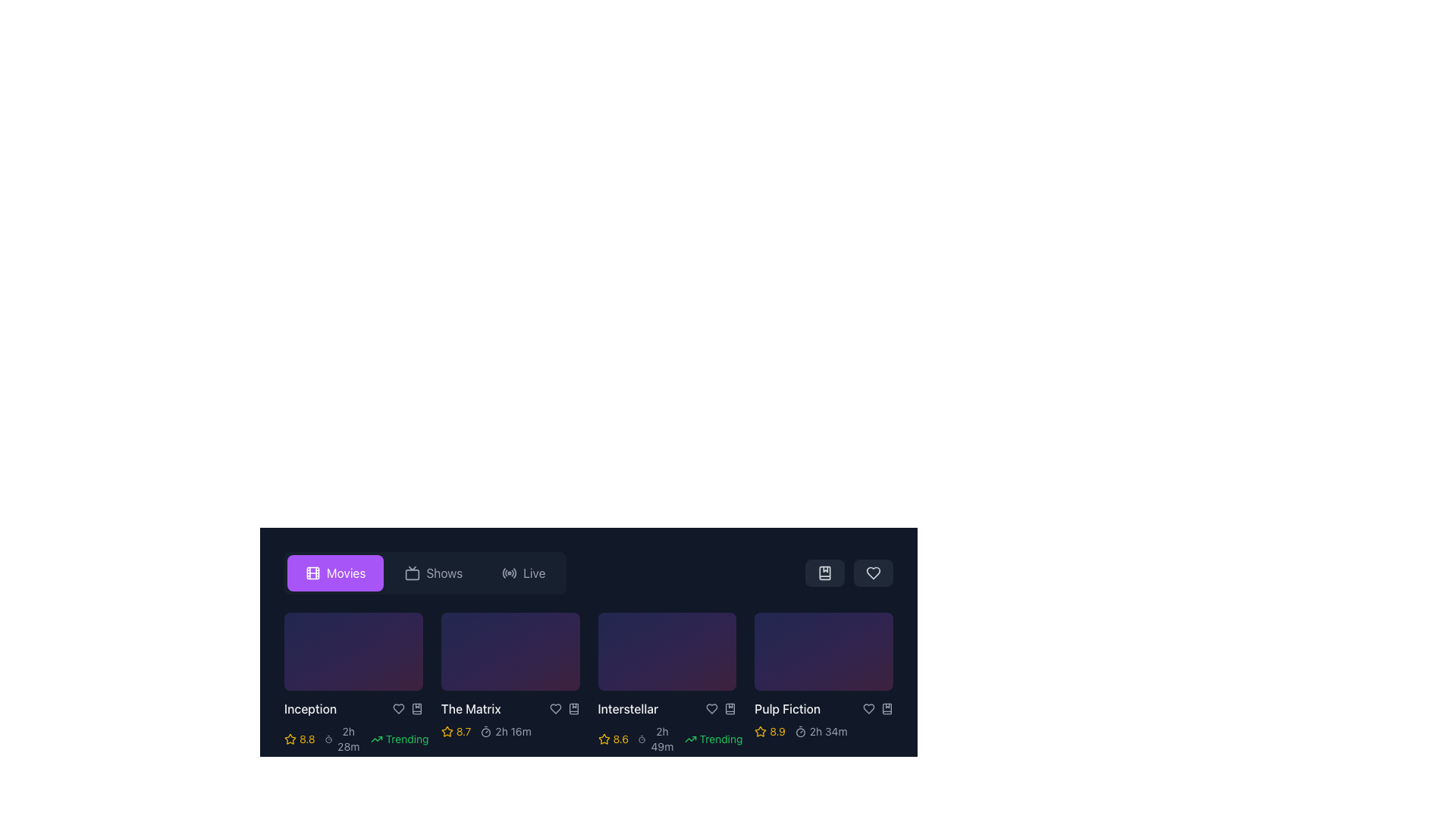 The image size is (1456, 819). I want to click on the star icon located to the left of the rating number '8.9' for the movie 'Pulp Fiction', which serves as a visual indicator for ratings, so click(761, 730).